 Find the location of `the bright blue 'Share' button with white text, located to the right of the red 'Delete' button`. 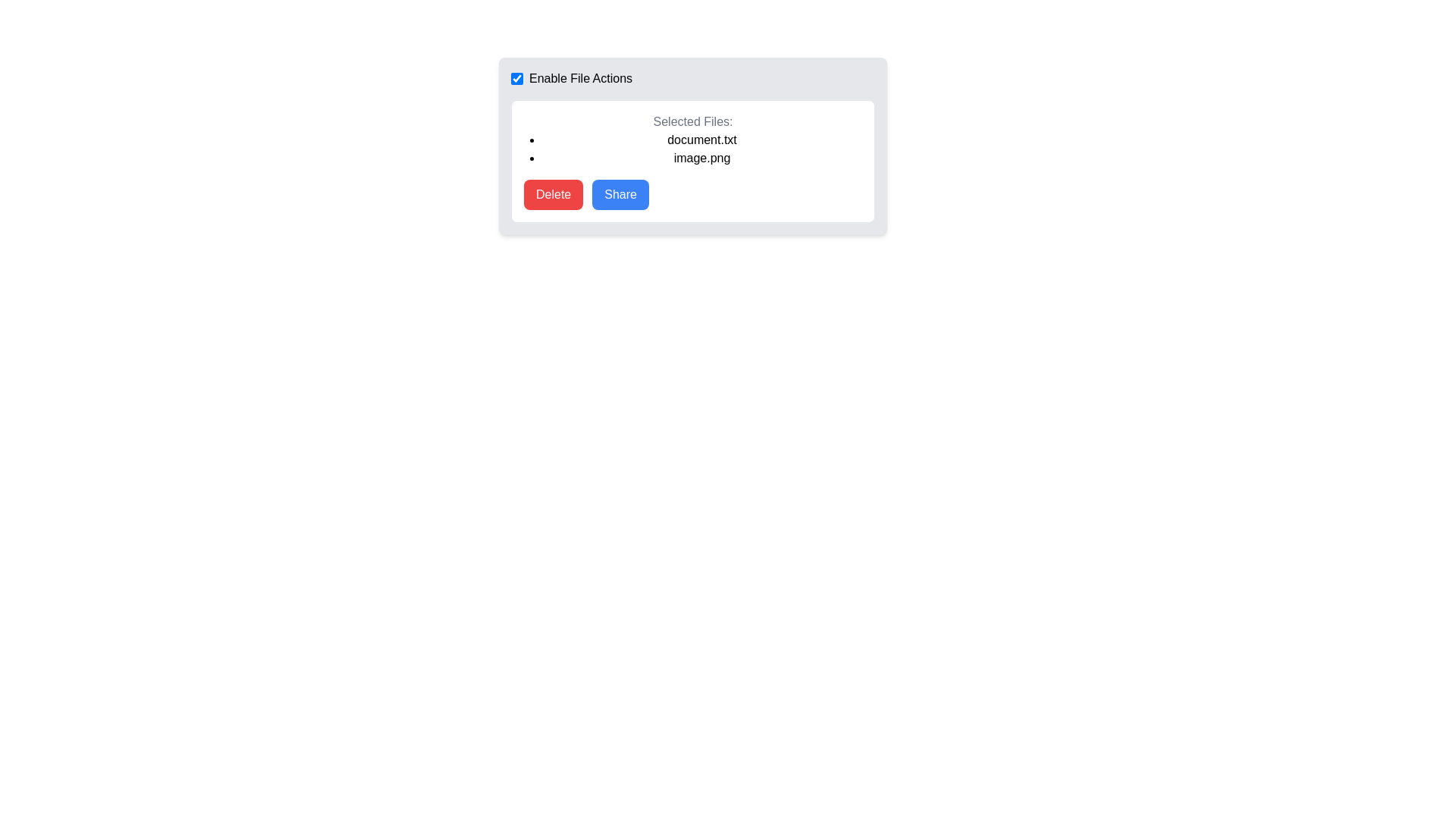

the bright blue 'Share' button with white text, located to the right of the red 'Delete' button is located at coordinates (620, 194).